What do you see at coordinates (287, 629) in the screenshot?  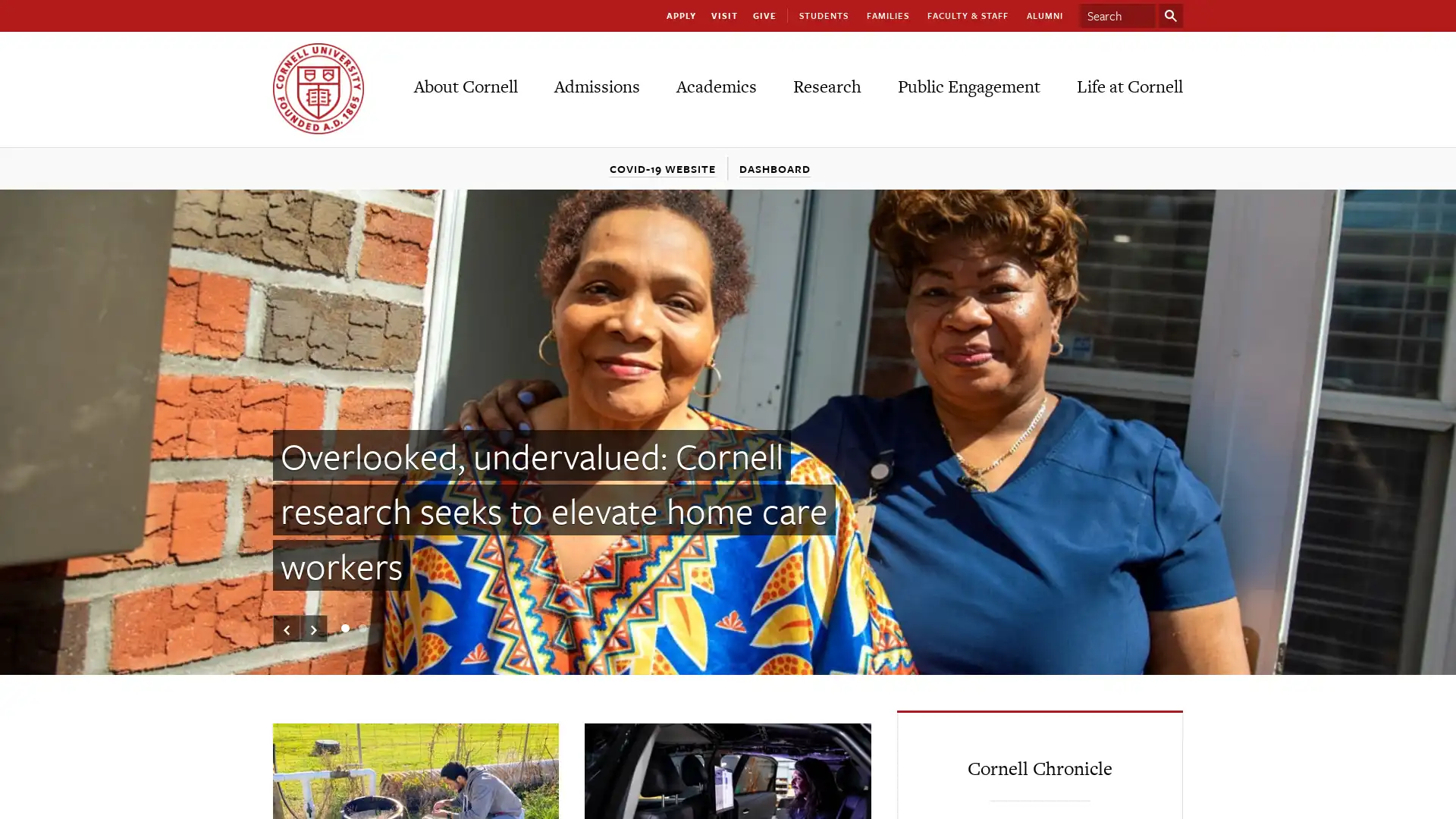 I see `Previous slide` at bounding box center [287, 629].